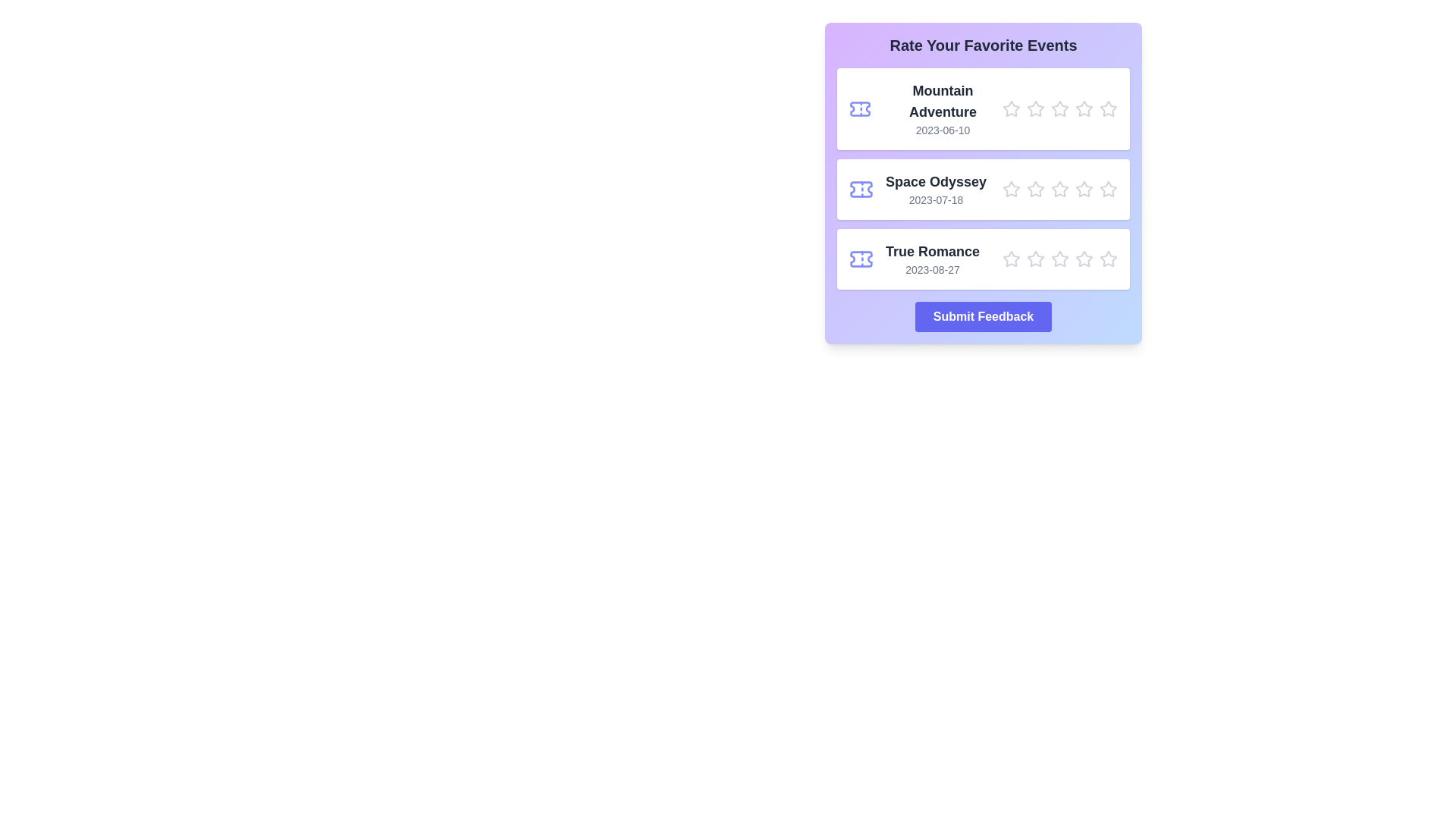 The width and height of the screenshot is (1456, 819). What do you see at coordinates (1012, 108) in the screenshot?
I see `the star corresponding to the rating 1 for the movie Mountain Adventure` at bounding box center [1012, 108].